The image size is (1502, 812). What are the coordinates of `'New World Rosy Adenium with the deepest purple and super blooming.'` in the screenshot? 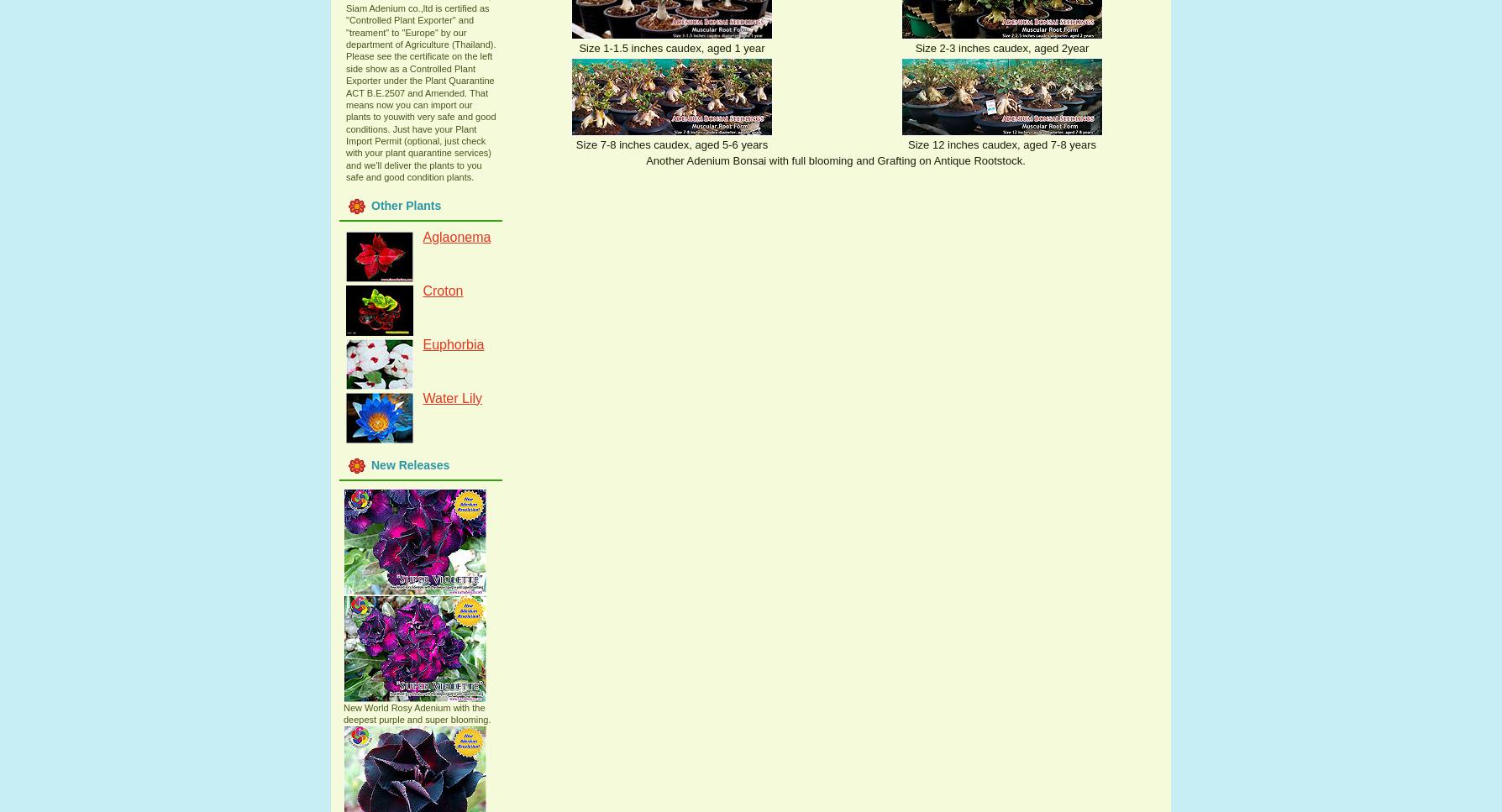 It's located at (417, 713).